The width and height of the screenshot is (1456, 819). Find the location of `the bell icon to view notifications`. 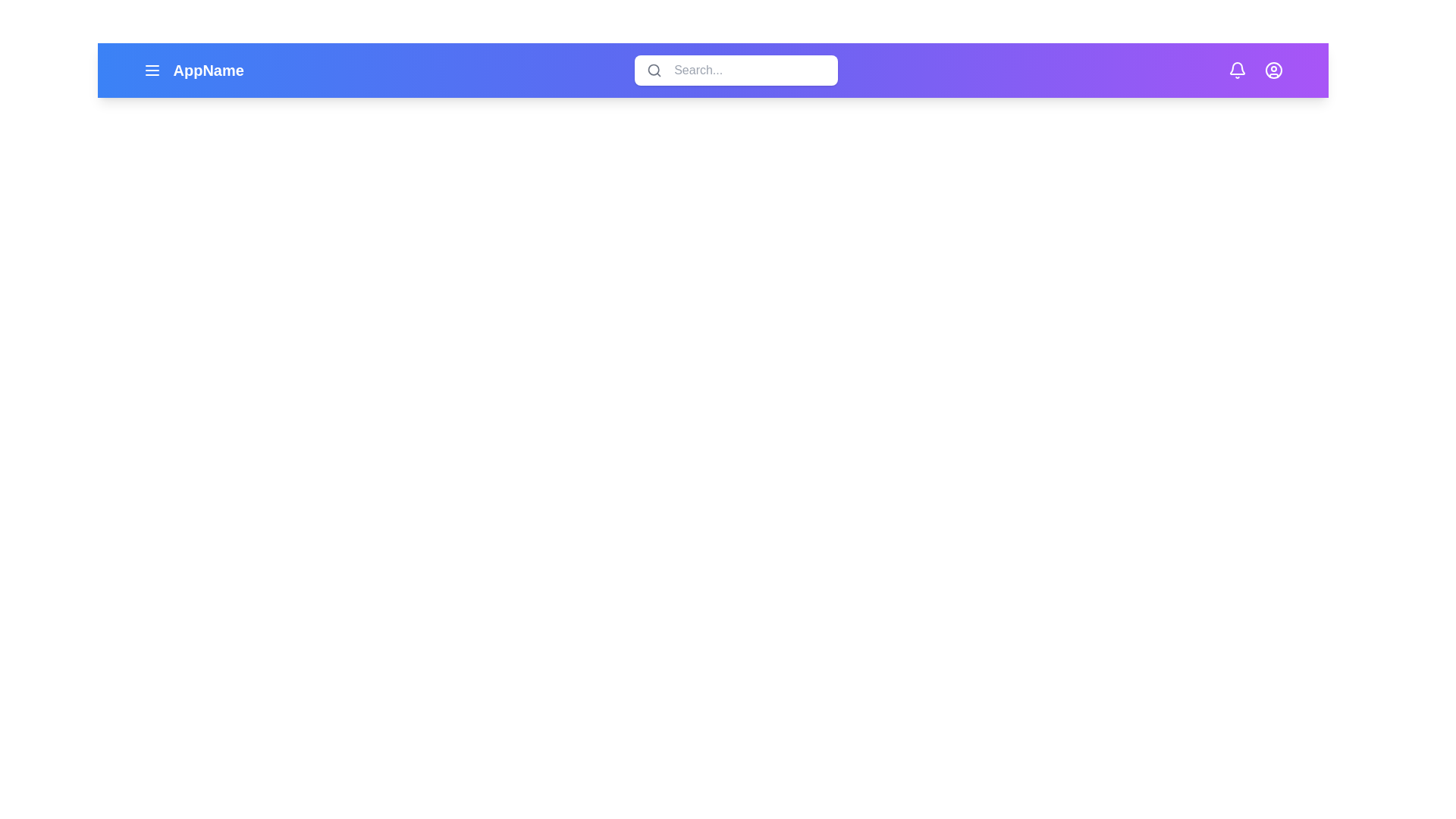

the bell icon to view notifications is located at coordinates (1238, 70).